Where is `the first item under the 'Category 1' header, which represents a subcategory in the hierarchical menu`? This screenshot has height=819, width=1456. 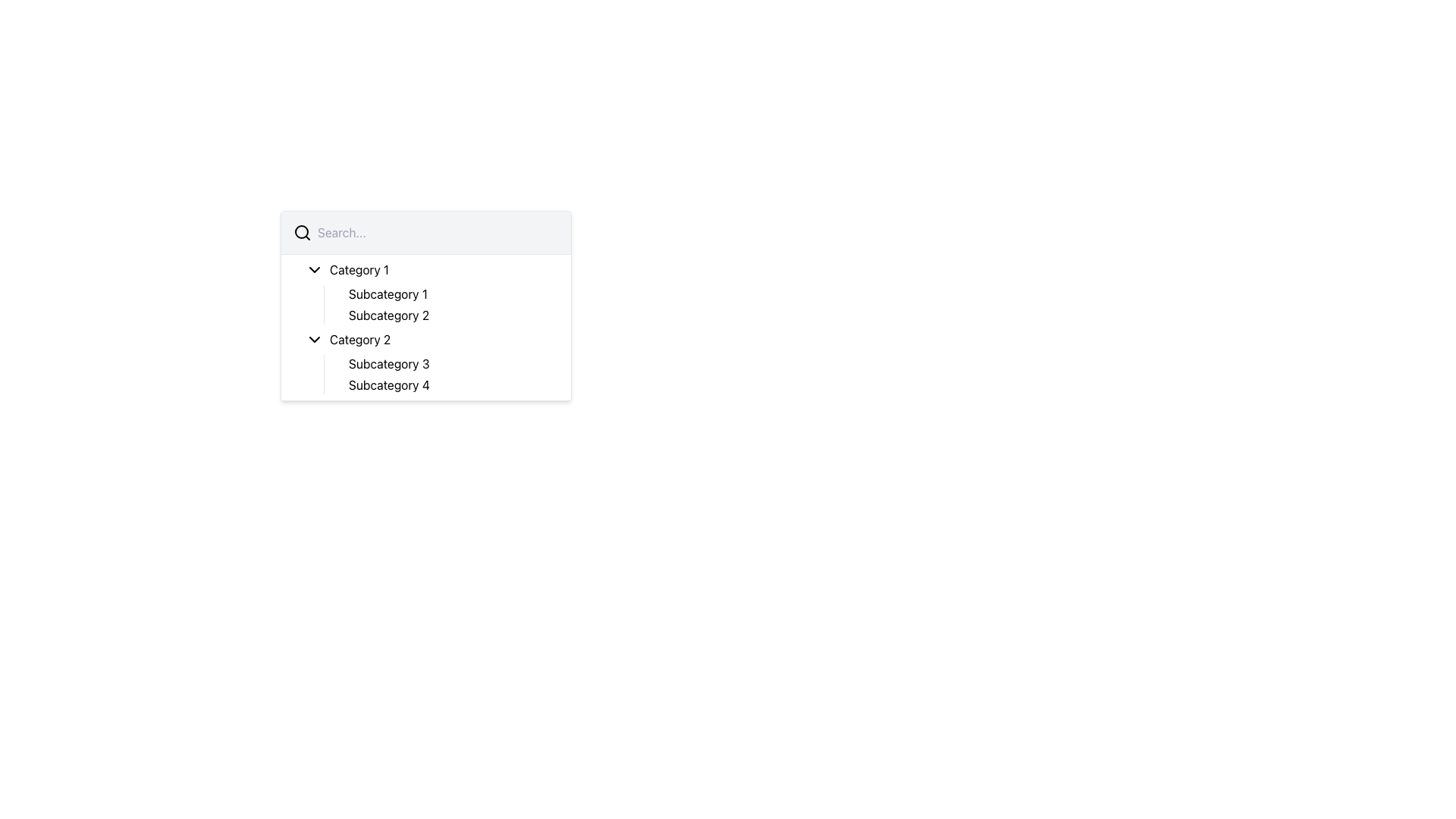
the first item under the 'Category 1' header, which represents a subcategory in the hierarchical menu is located at coordinates (388, 294).